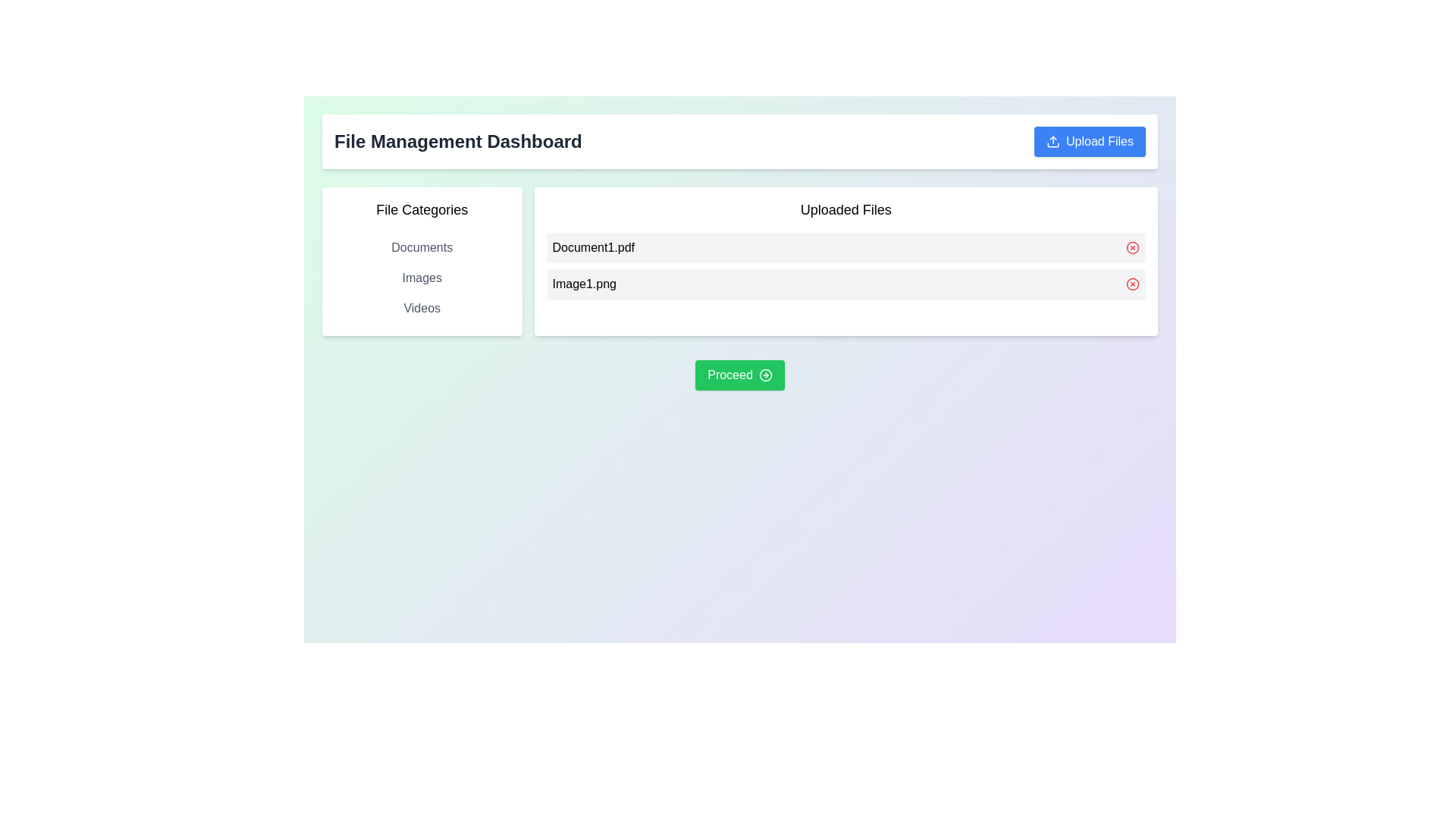 The image size is (1456, 819). What do you see at coordinates (422, 247) in the screenshot?
I see `the 'Documents' text label, the first item in the vertical list under the 'File Categories' header` at bounding box center [422, 247].